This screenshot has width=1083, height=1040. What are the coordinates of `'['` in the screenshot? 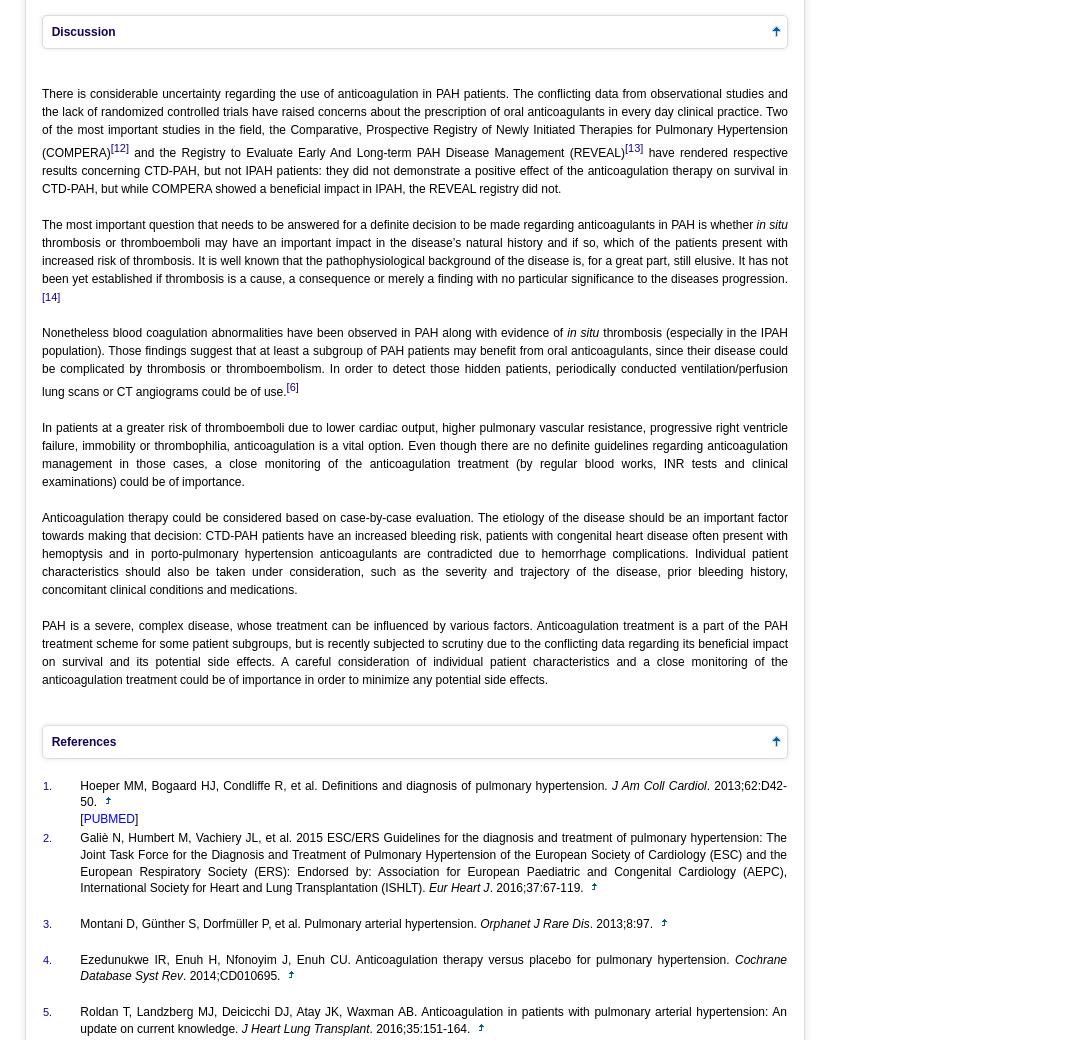 It's located at (80, 818).